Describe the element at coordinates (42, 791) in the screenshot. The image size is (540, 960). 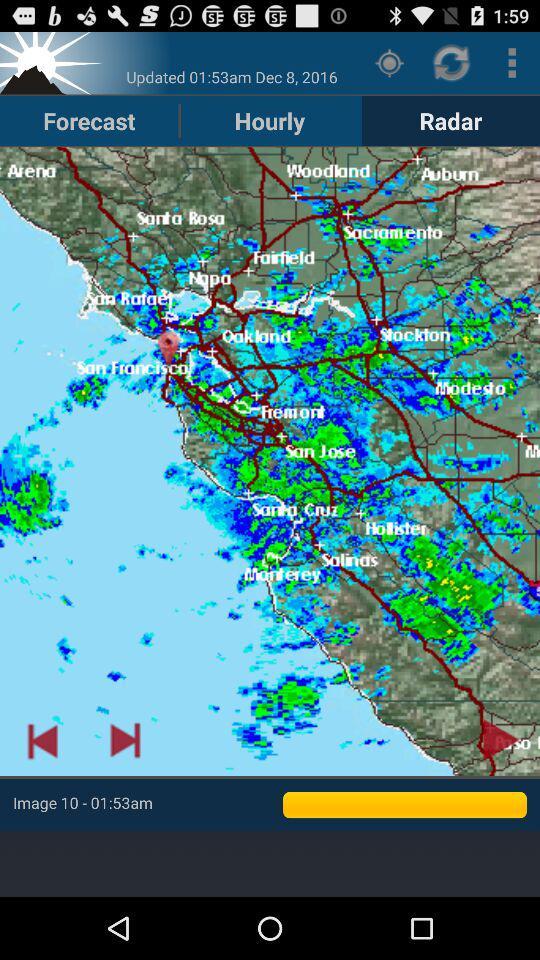
I see `the skip_previous icon` at that location.